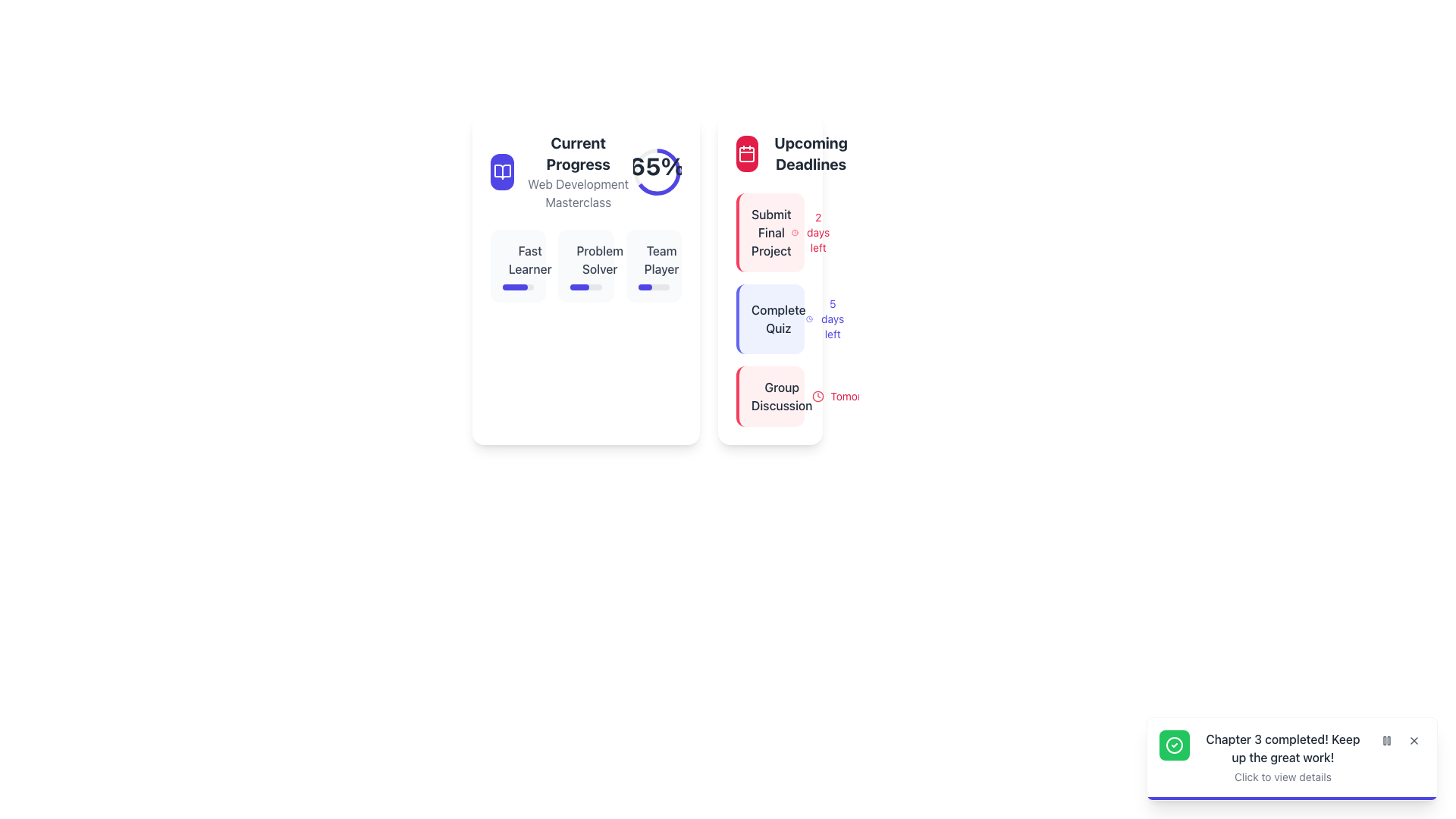 The width and height of the screenshot is (1456, 819). I want to click on the text component displaying 'Chapter 3 completed! Keep up the great work!' in dark gray, bold font located in the bottom-right notification interface, so click(1282, 748).